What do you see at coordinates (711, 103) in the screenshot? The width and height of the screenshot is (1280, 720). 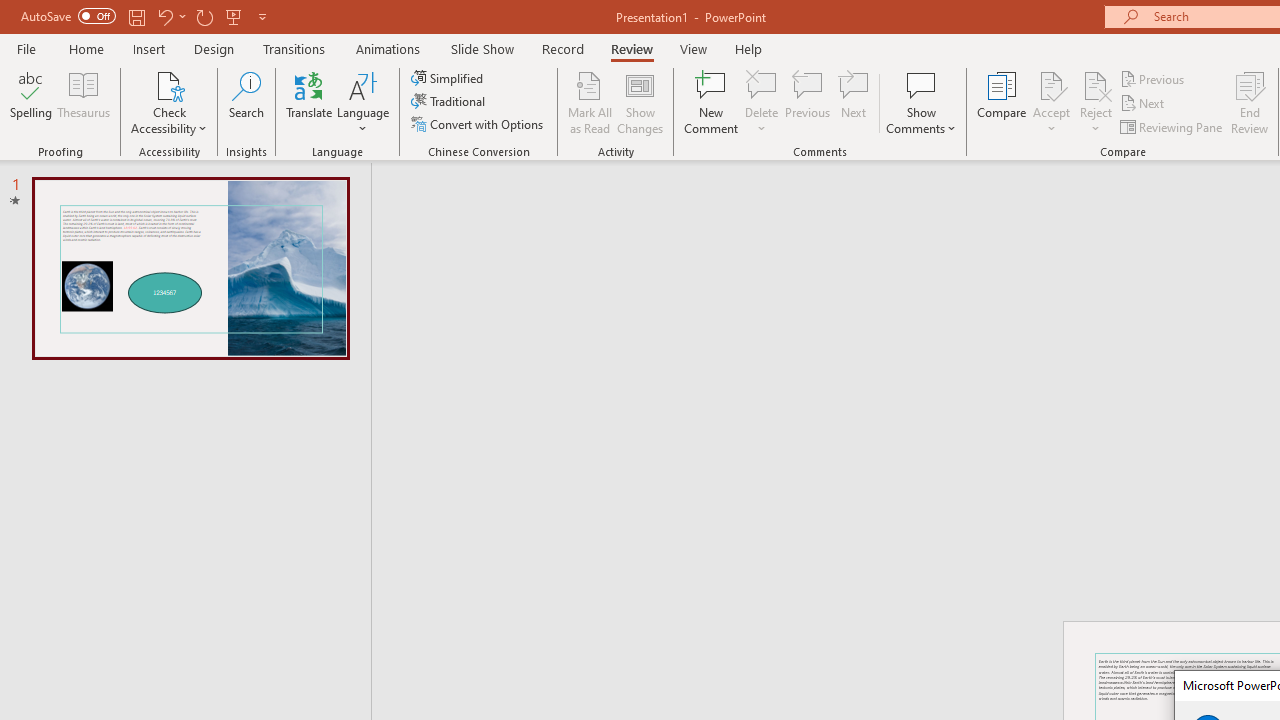 I see `'New Comment'` at bounding box center [711, 103].